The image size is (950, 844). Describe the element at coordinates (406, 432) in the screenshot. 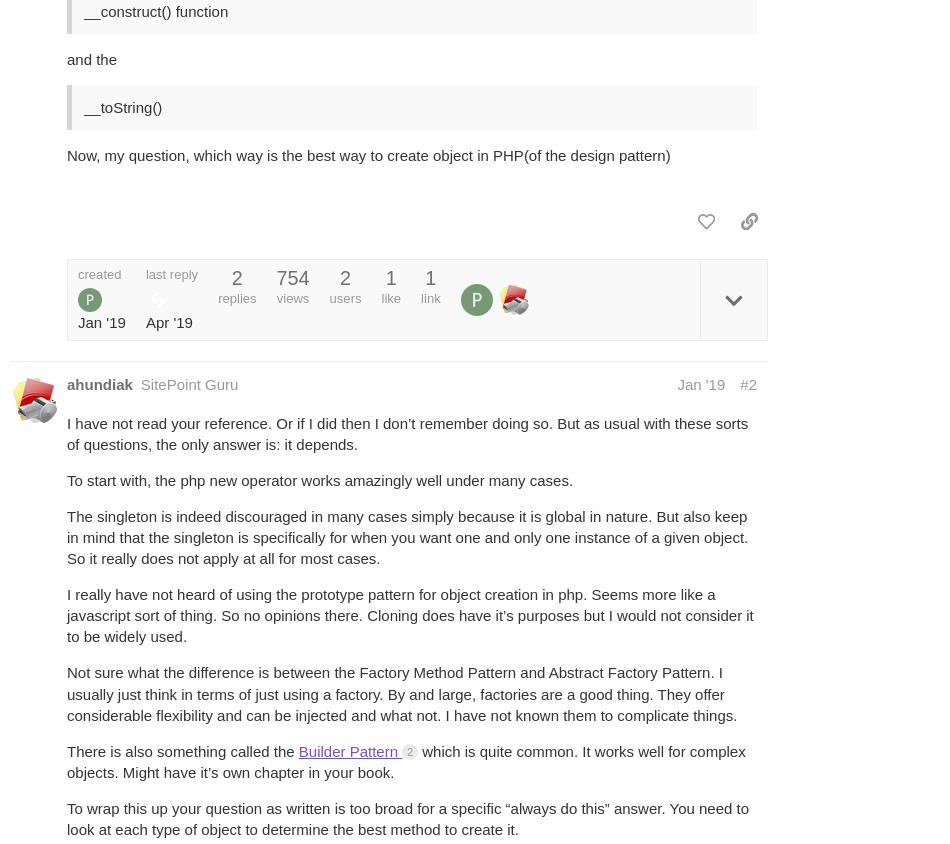

I see `'I have not read your reference.  Or if I did then I don’t remember doing so.  But as usual with these sorts of questions, the only answer is: it depends.'` at that location.